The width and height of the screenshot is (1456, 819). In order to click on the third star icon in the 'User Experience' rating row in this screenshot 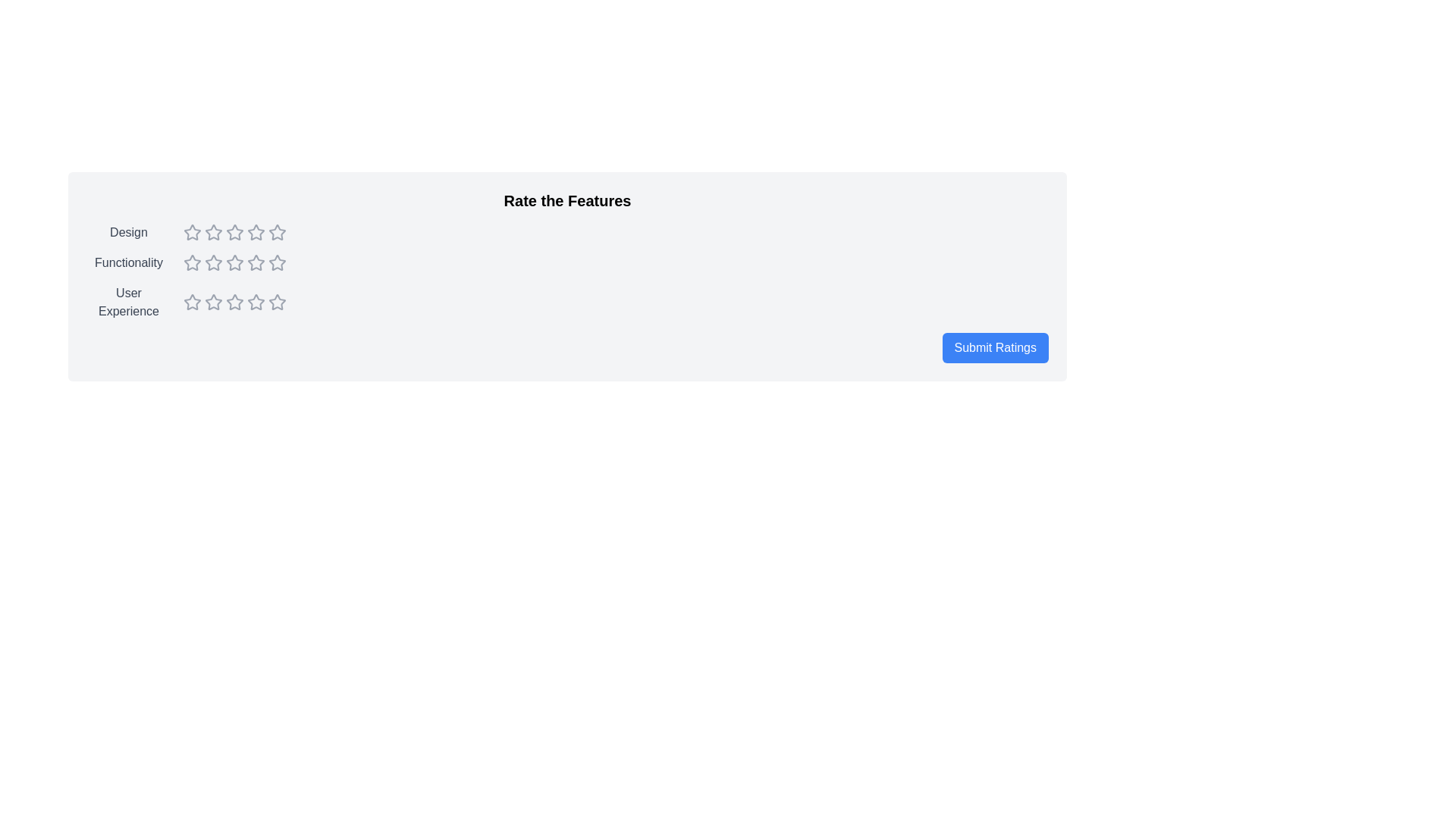, I will do `click(256, 302)`.